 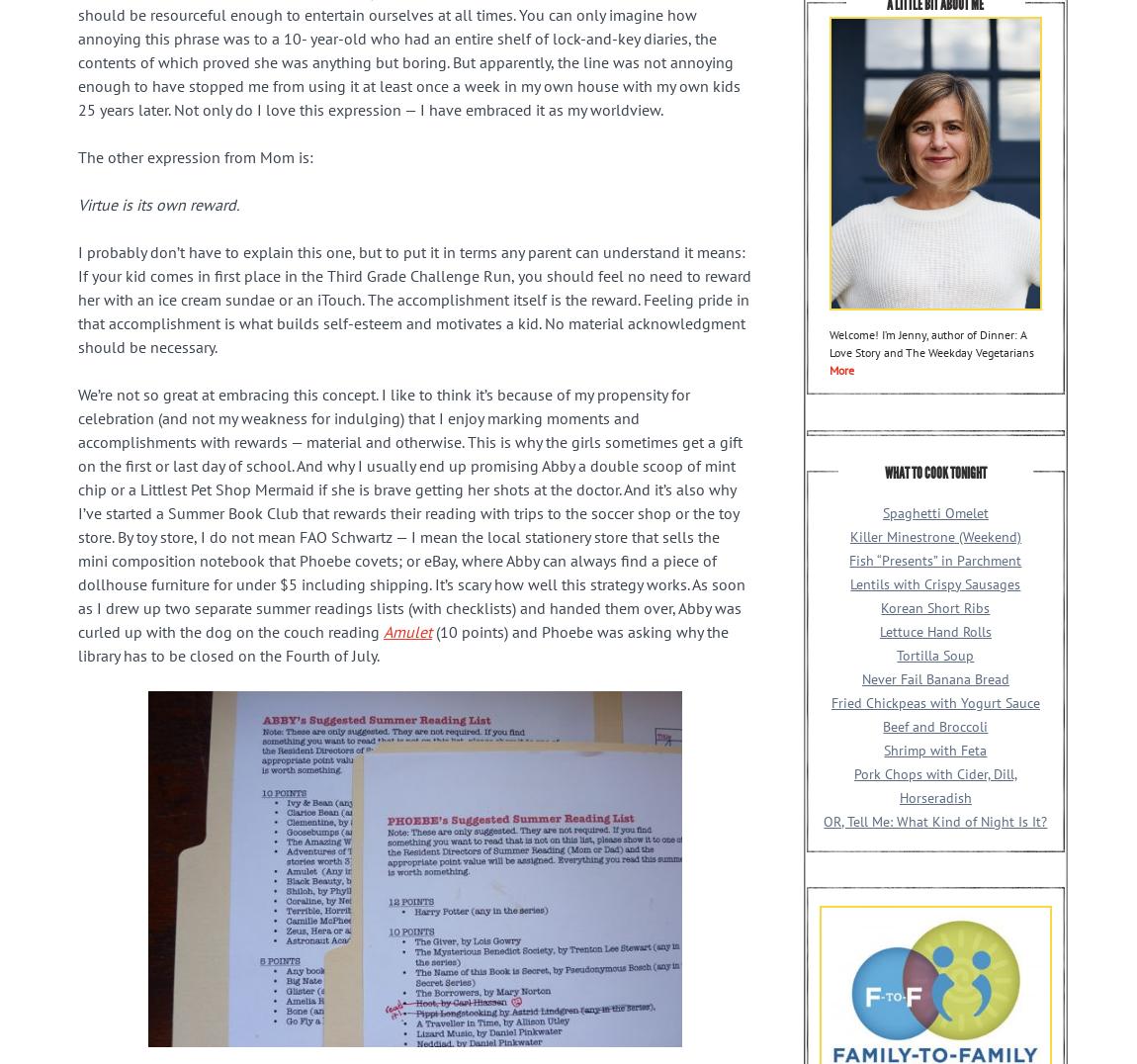 I want to click on 'Tortilla Soup', so click(x=934, y=653).